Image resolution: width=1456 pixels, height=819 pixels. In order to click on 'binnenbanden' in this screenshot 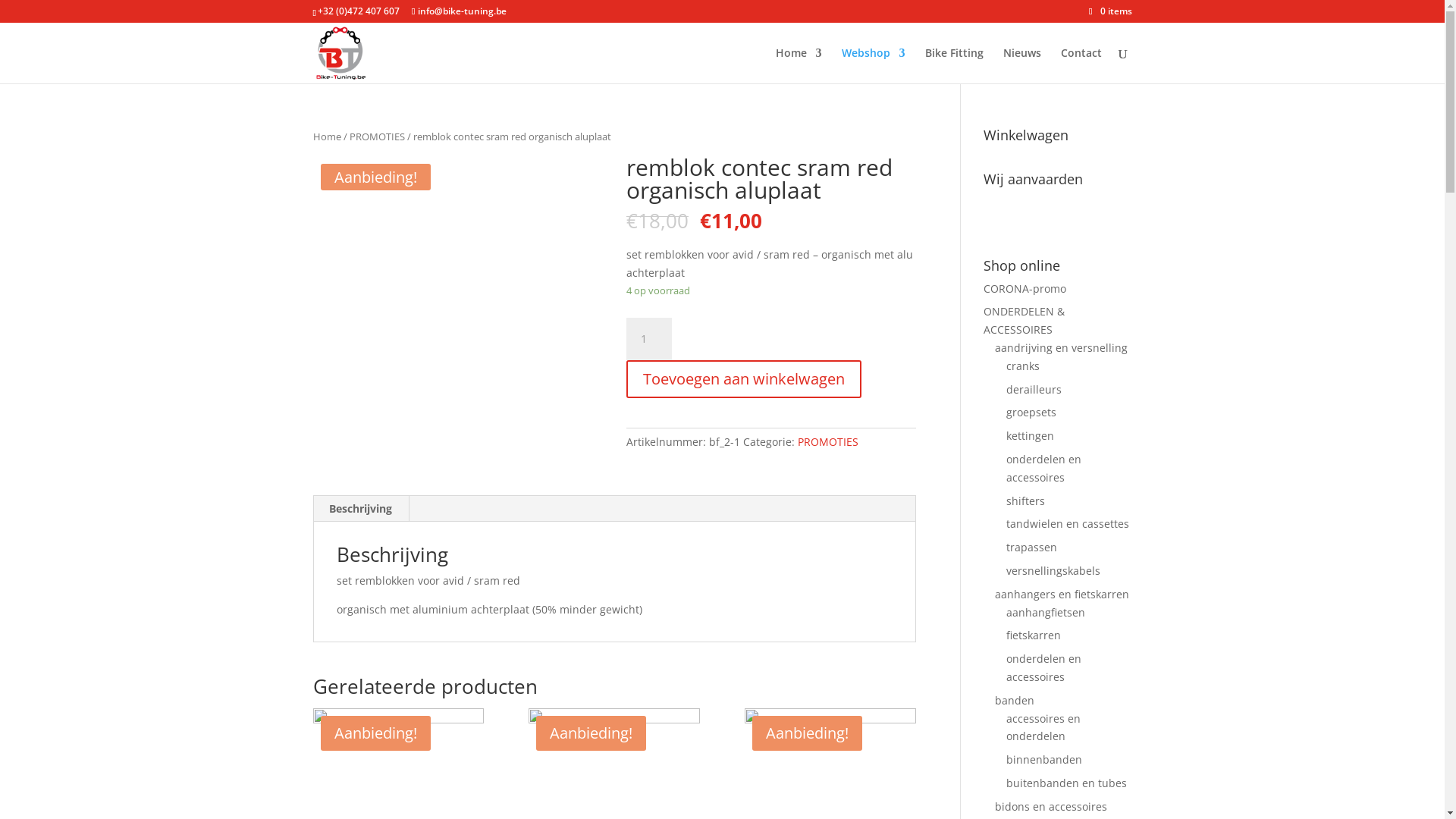, I will do `click(1006, 759)`.